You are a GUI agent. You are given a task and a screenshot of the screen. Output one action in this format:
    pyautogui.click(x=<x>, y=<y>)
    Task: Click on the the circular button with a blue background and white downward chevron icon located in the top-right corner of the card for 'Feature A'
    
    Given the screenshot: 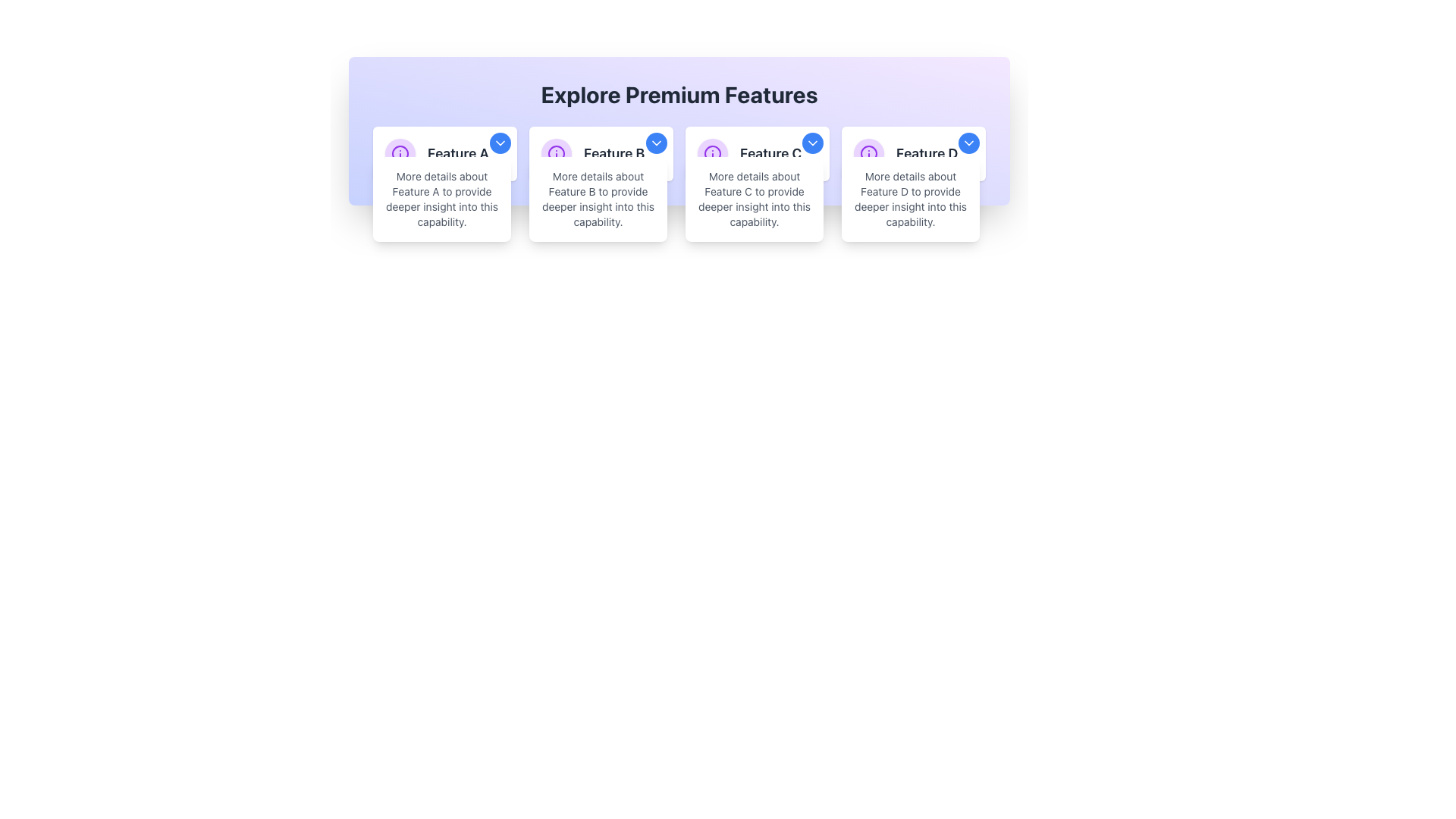 What is the action you would take?
    pyautogui.click(x=500, y=143)
    